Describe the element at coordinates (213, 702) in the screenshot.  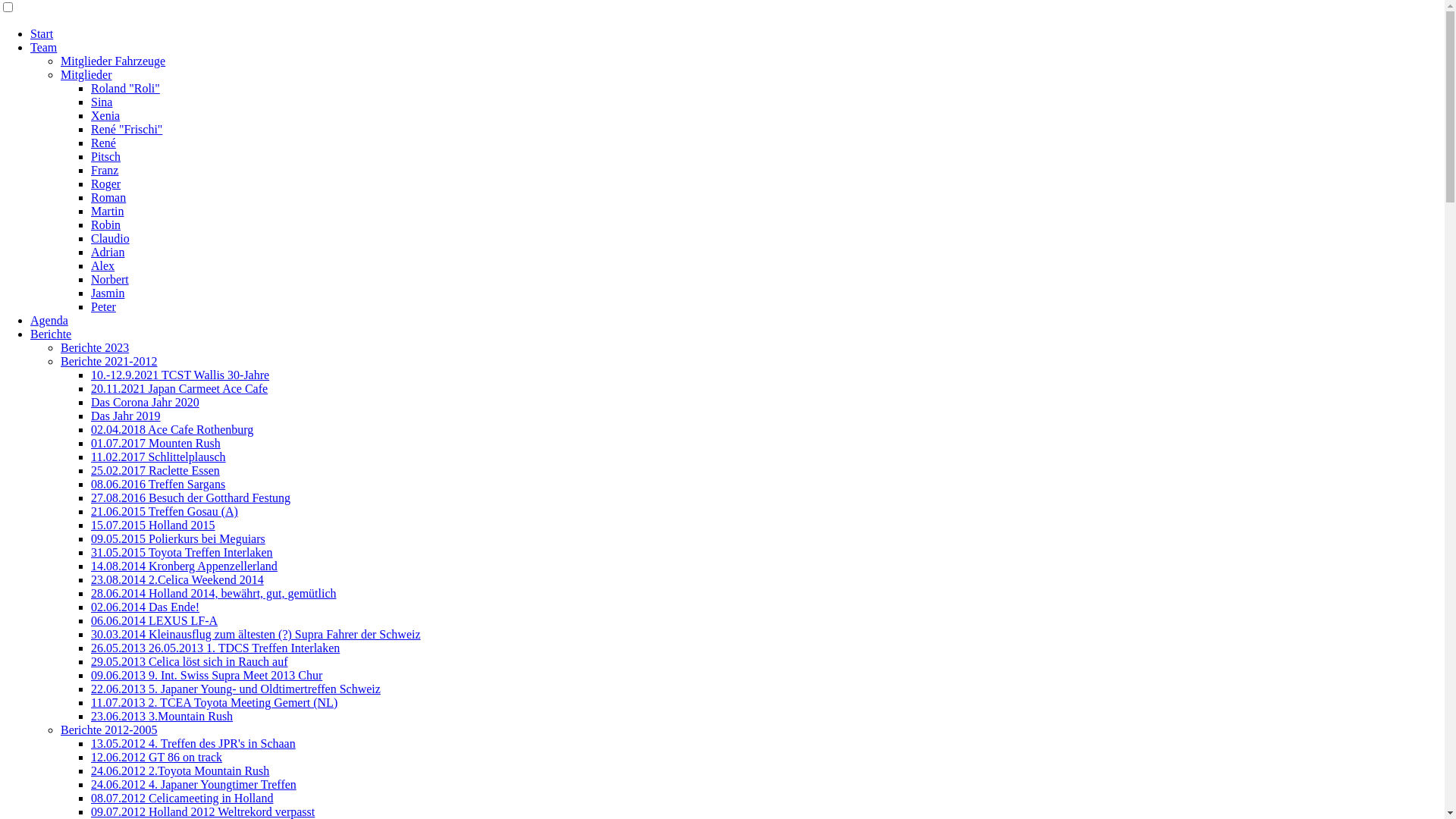
I see `'11.07.2013 2. TCEA Toyota Meeting Gemert (NL)'` at that location.